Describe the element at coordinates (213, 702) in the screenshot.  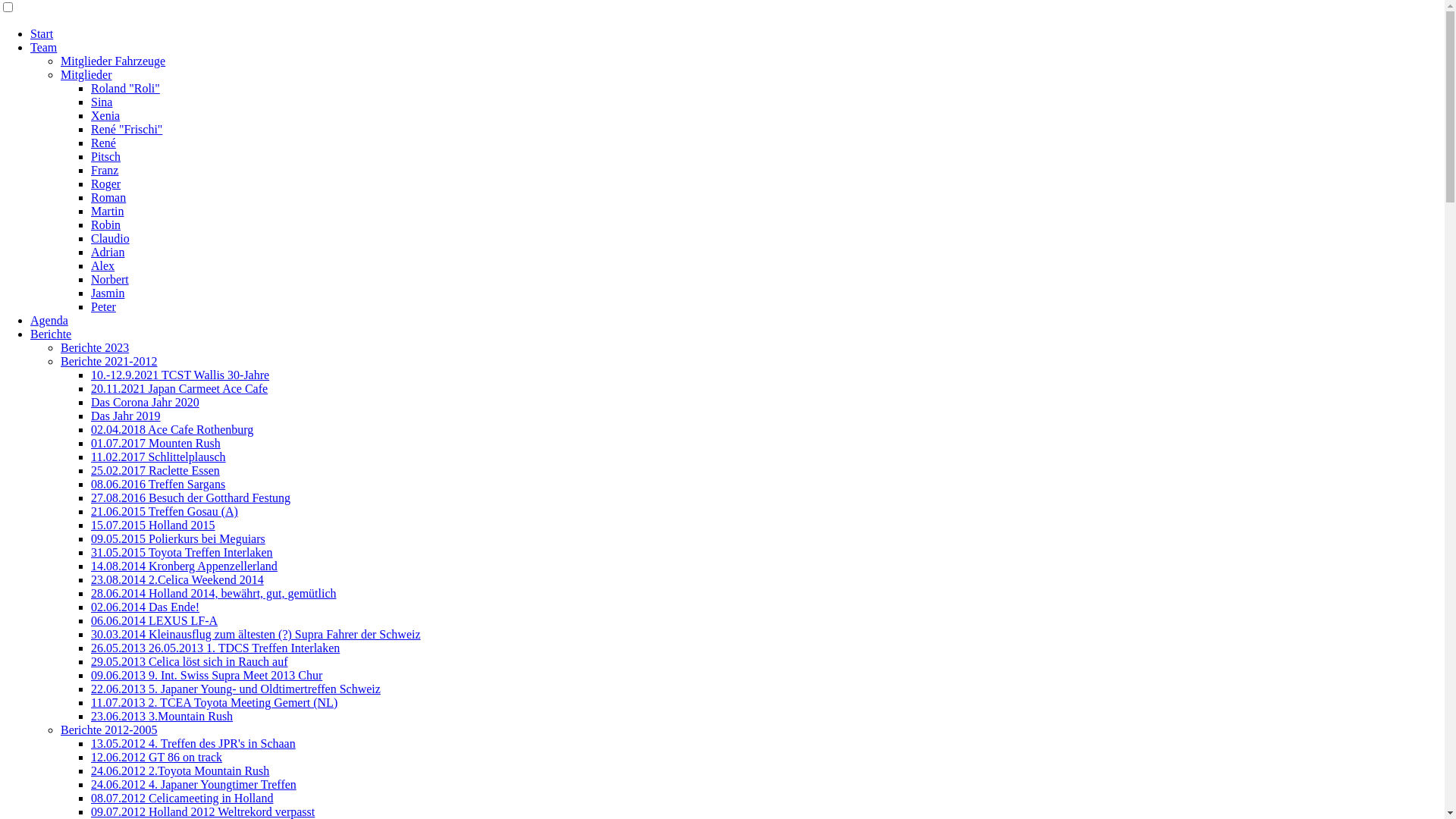
I see `'11.07.2013 2. TCEA Toyota Meeting Gemert (NL)'` at that location.